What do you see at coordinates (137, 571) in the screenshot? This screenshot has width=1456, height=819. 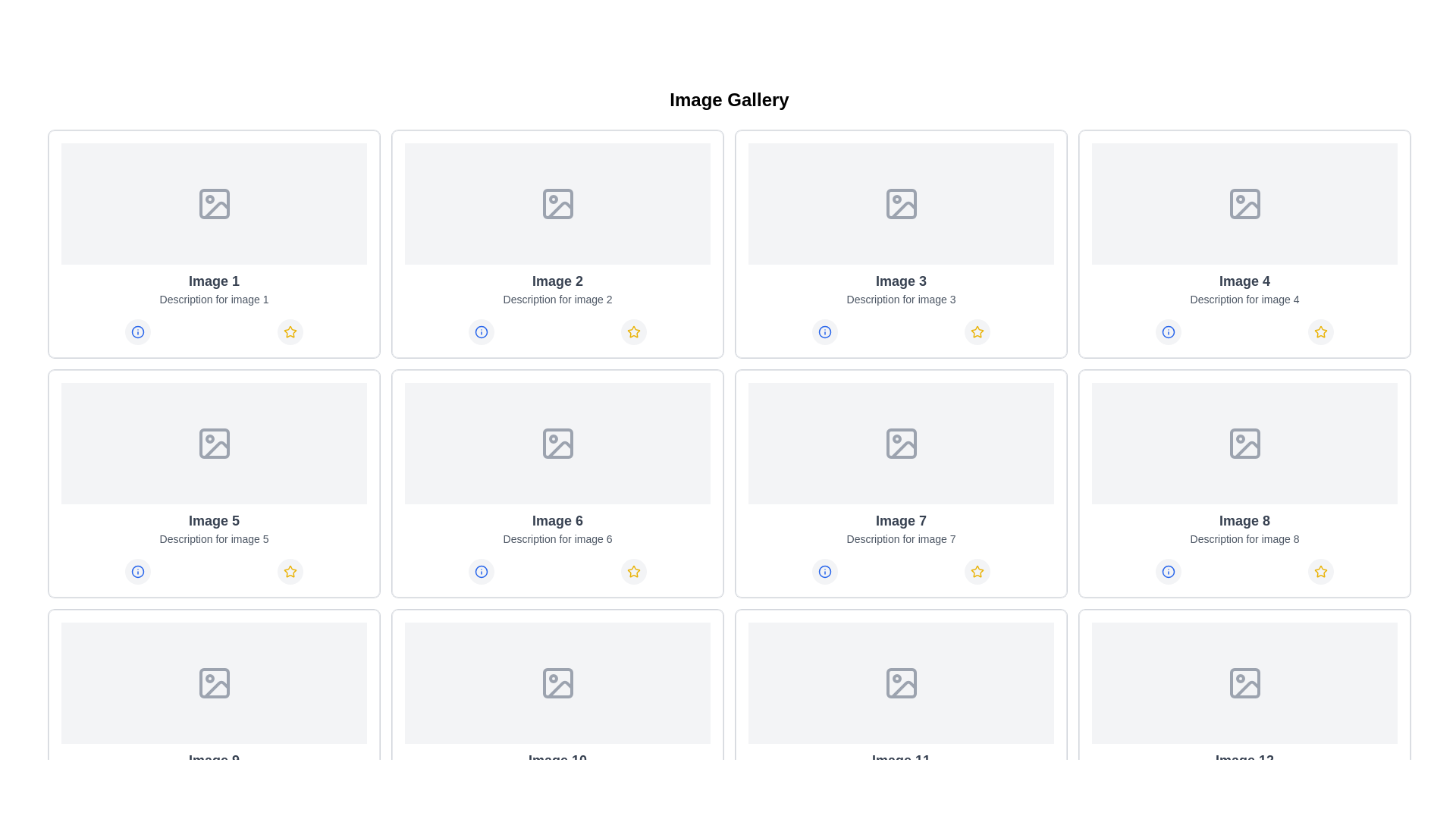 I see `the circular button with a light gray background and a blue information icon, located in the bottom-left corner under 'Image 5'` at bounding box center [137, 571].